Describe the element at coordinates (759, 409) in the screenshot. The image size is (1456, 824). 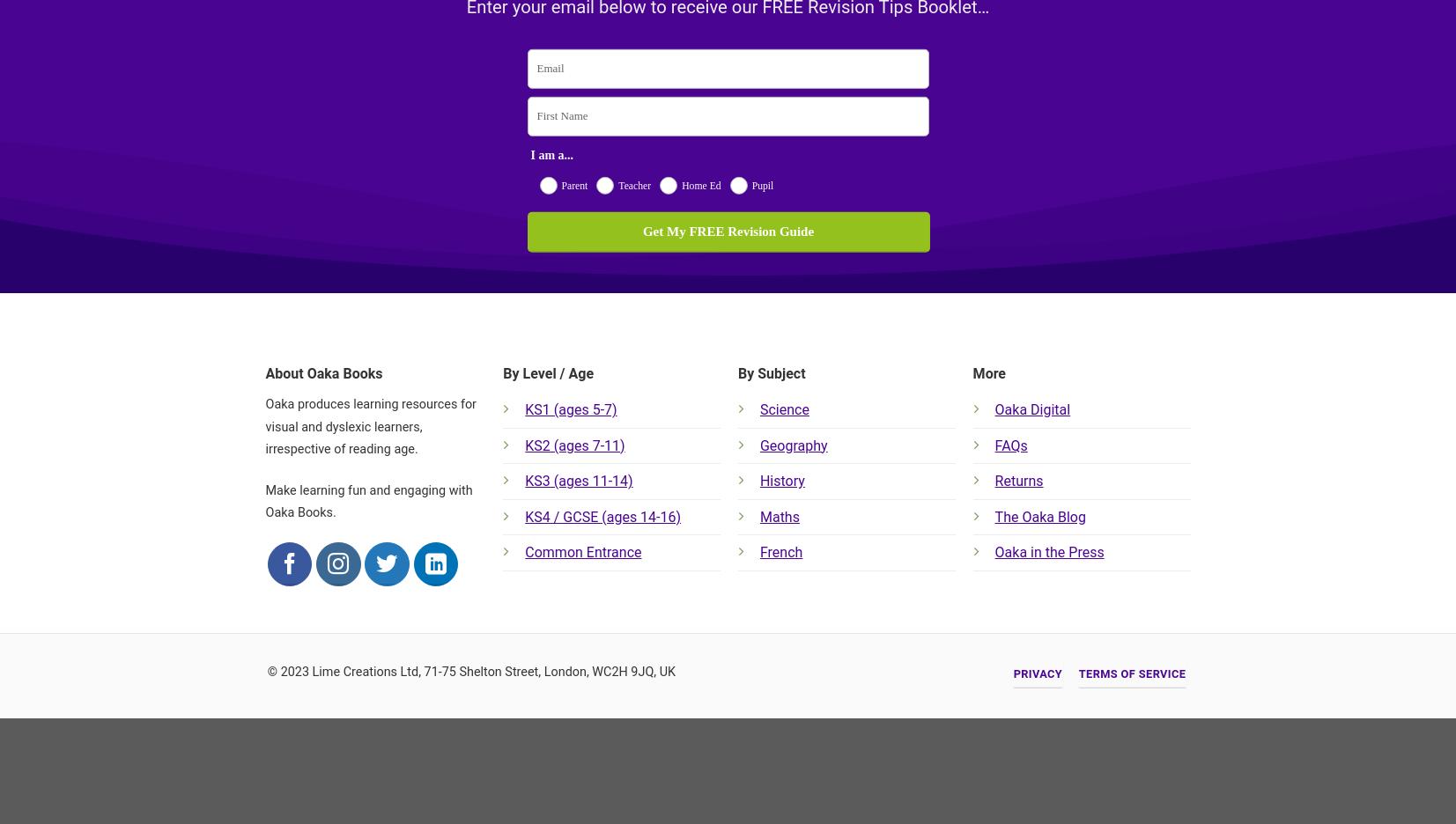
I see `'Science'` at that location.